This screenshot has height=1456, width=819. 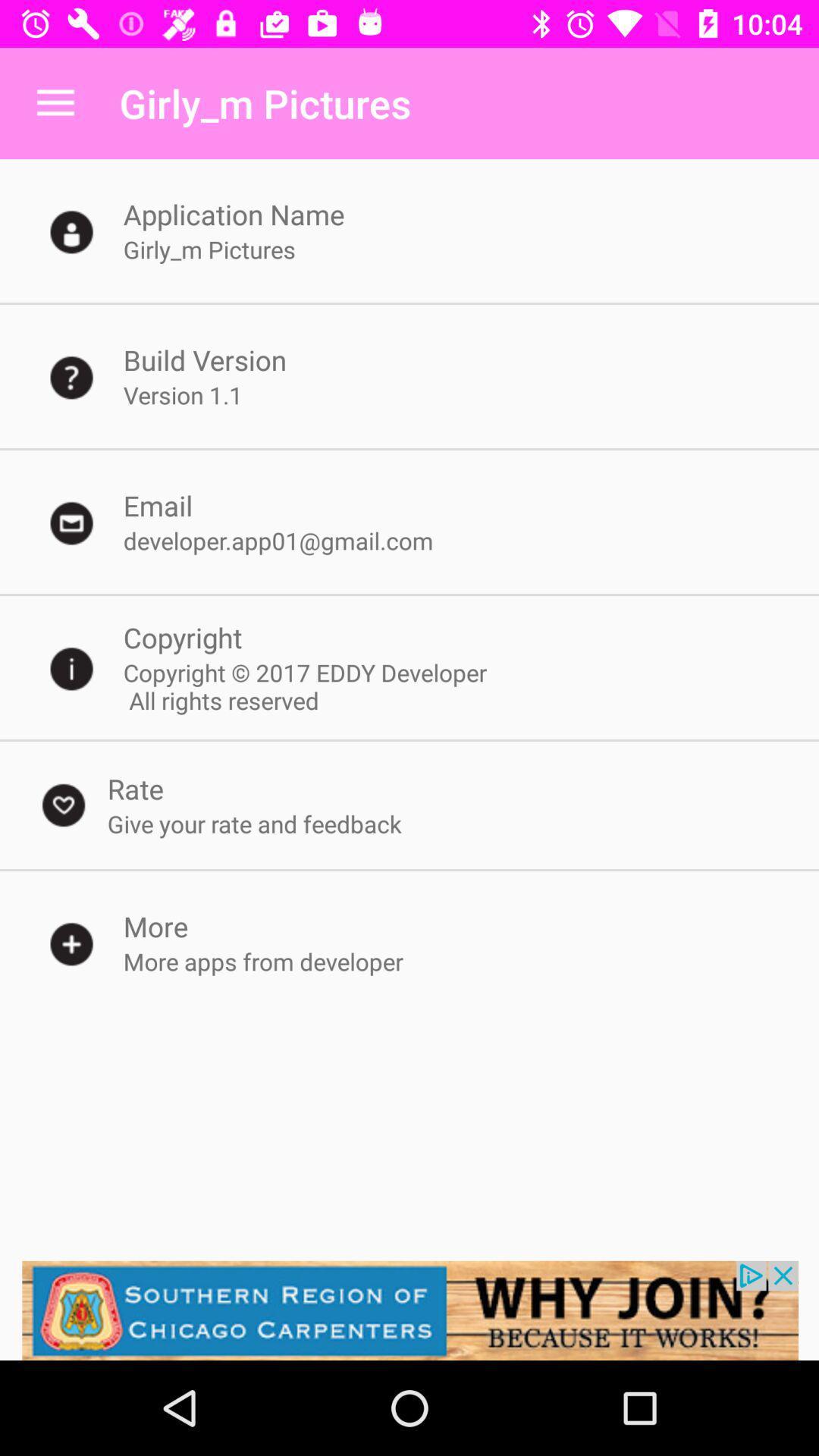 What do you see at coordinates (409, 1310) in the screenshot?
I see `read the advertisement` at bounding box center [409, 1310].